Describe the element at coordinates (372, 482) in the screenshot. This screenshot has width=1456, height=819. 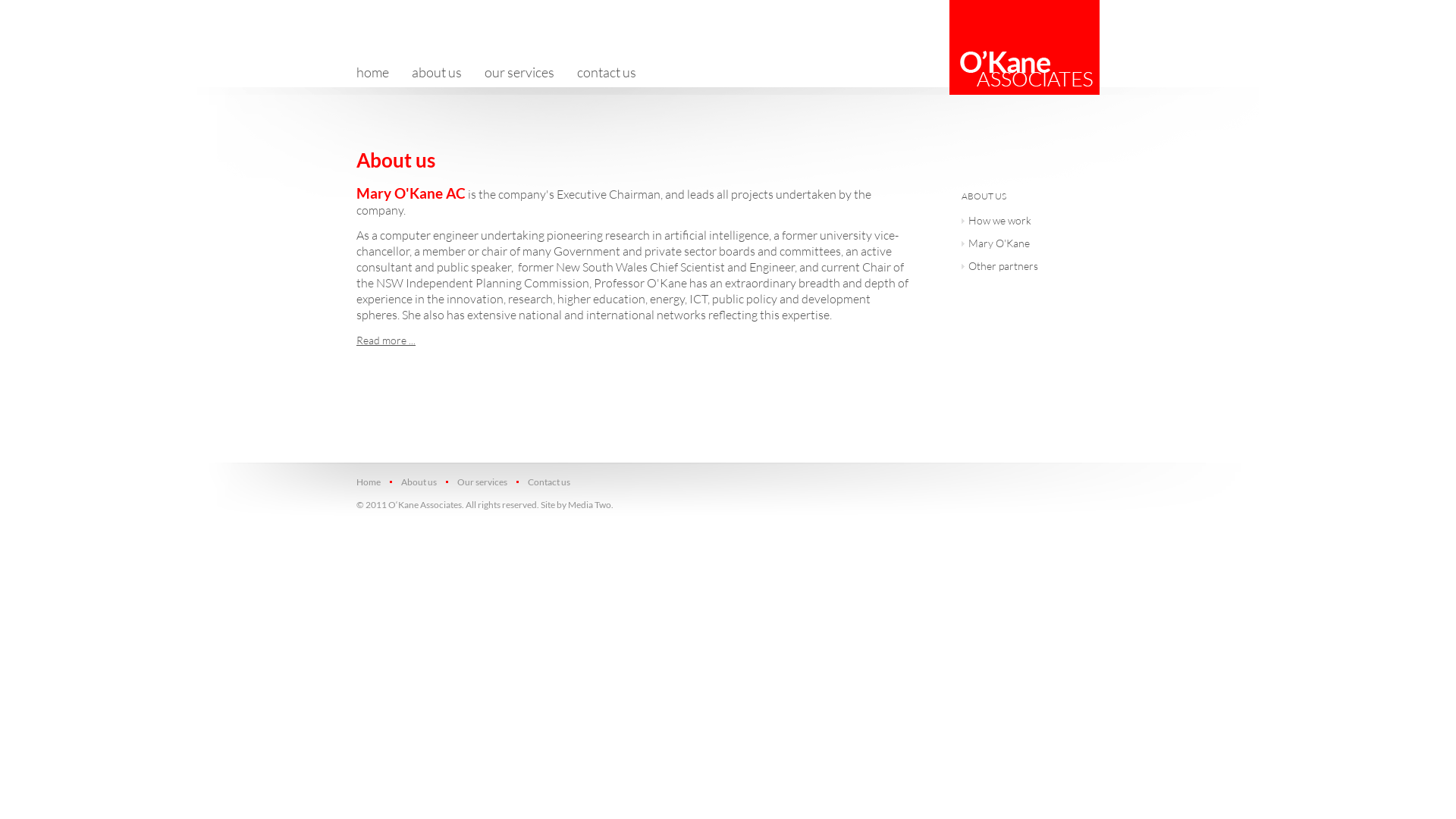
I see `'Home'` at that location.